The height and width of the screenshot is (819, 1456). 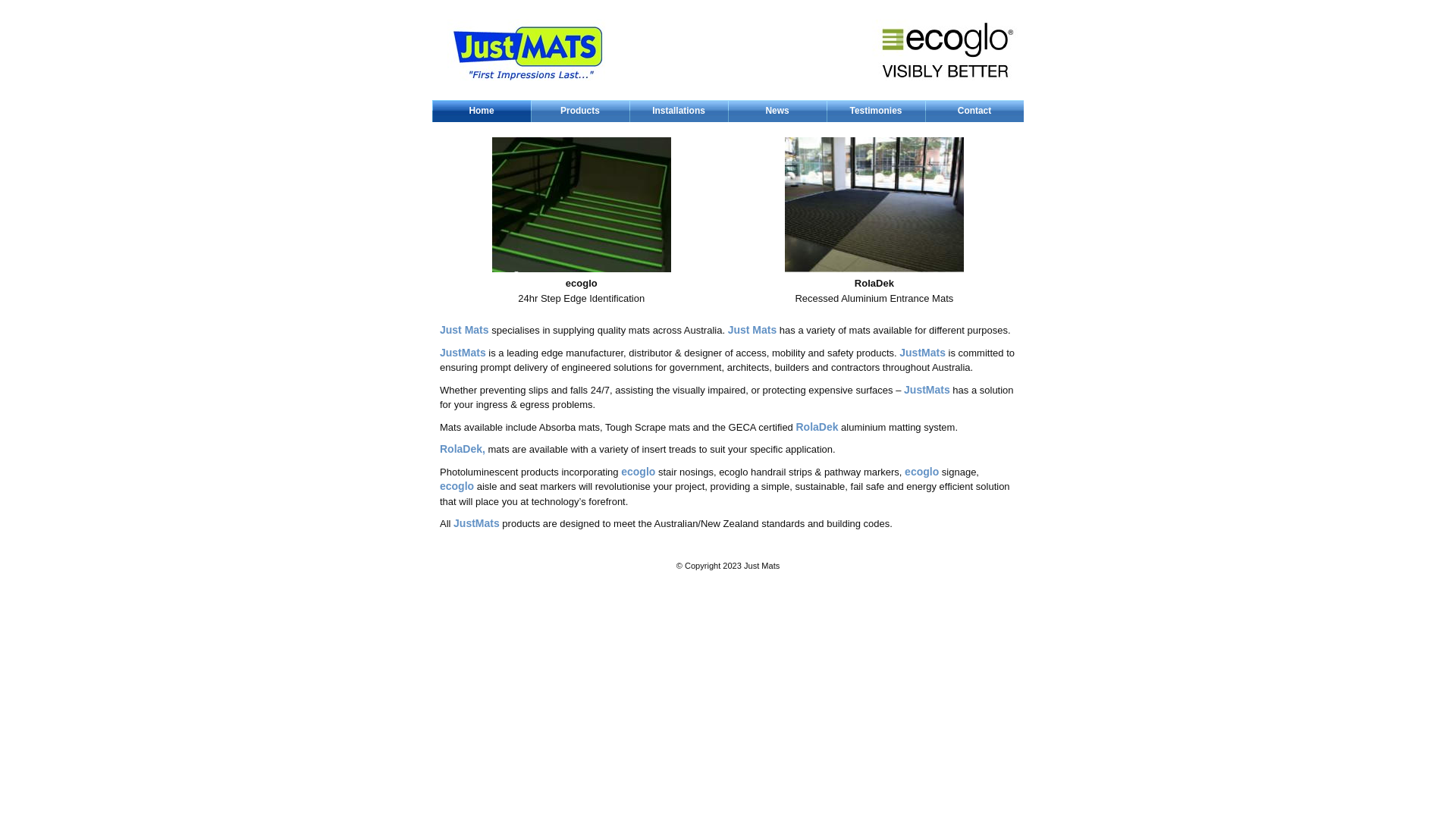 I want to click on 'Home', so click(x=431, y=110).